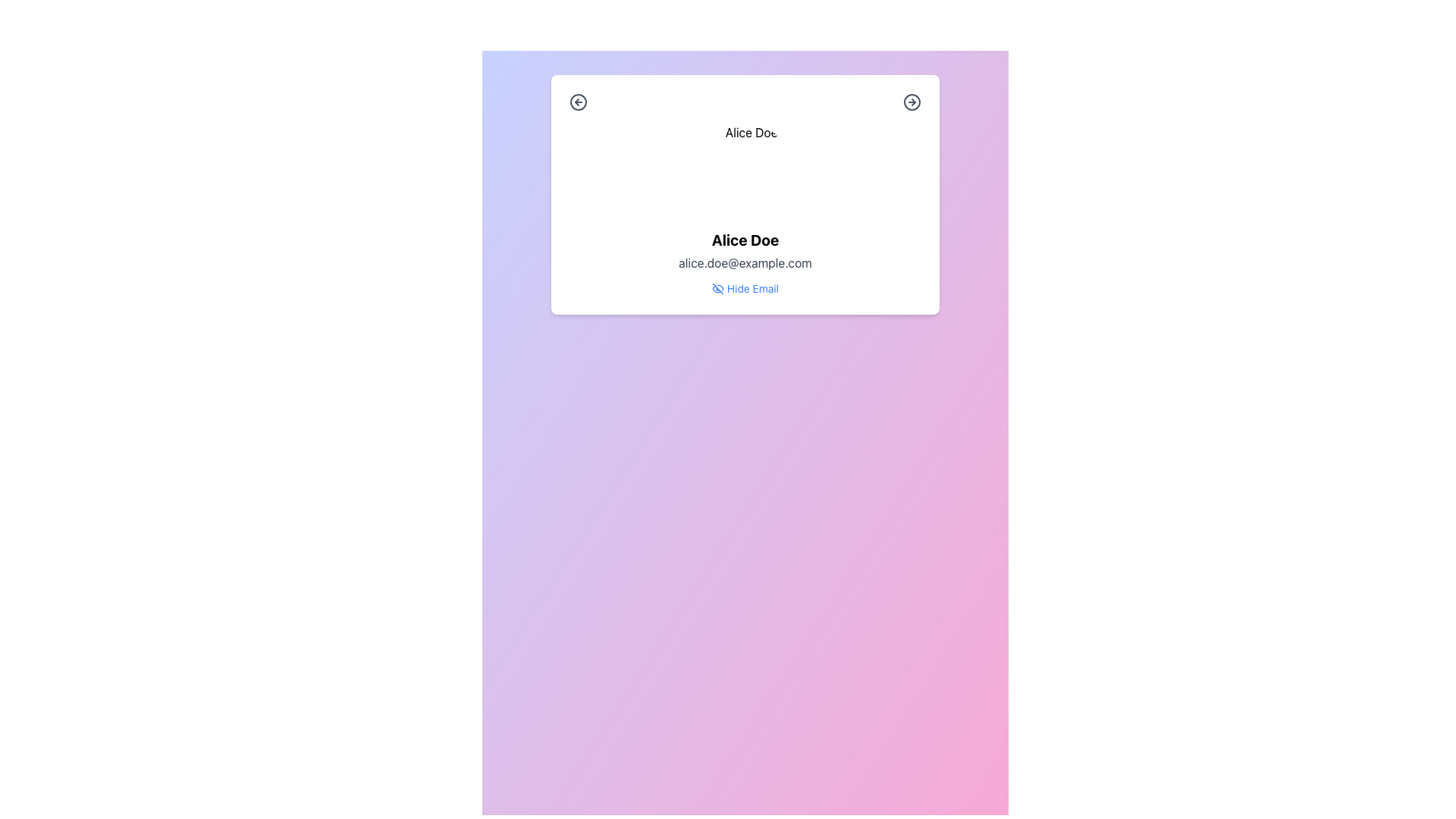 This screenshot has height=819, width=1456. What do you see at coordinates (912, 102) in the screenshot?
I see `the navigation arrow button located in the upper-right corner of the white card to move to the subsequent section` at bounding box center [912, 102].